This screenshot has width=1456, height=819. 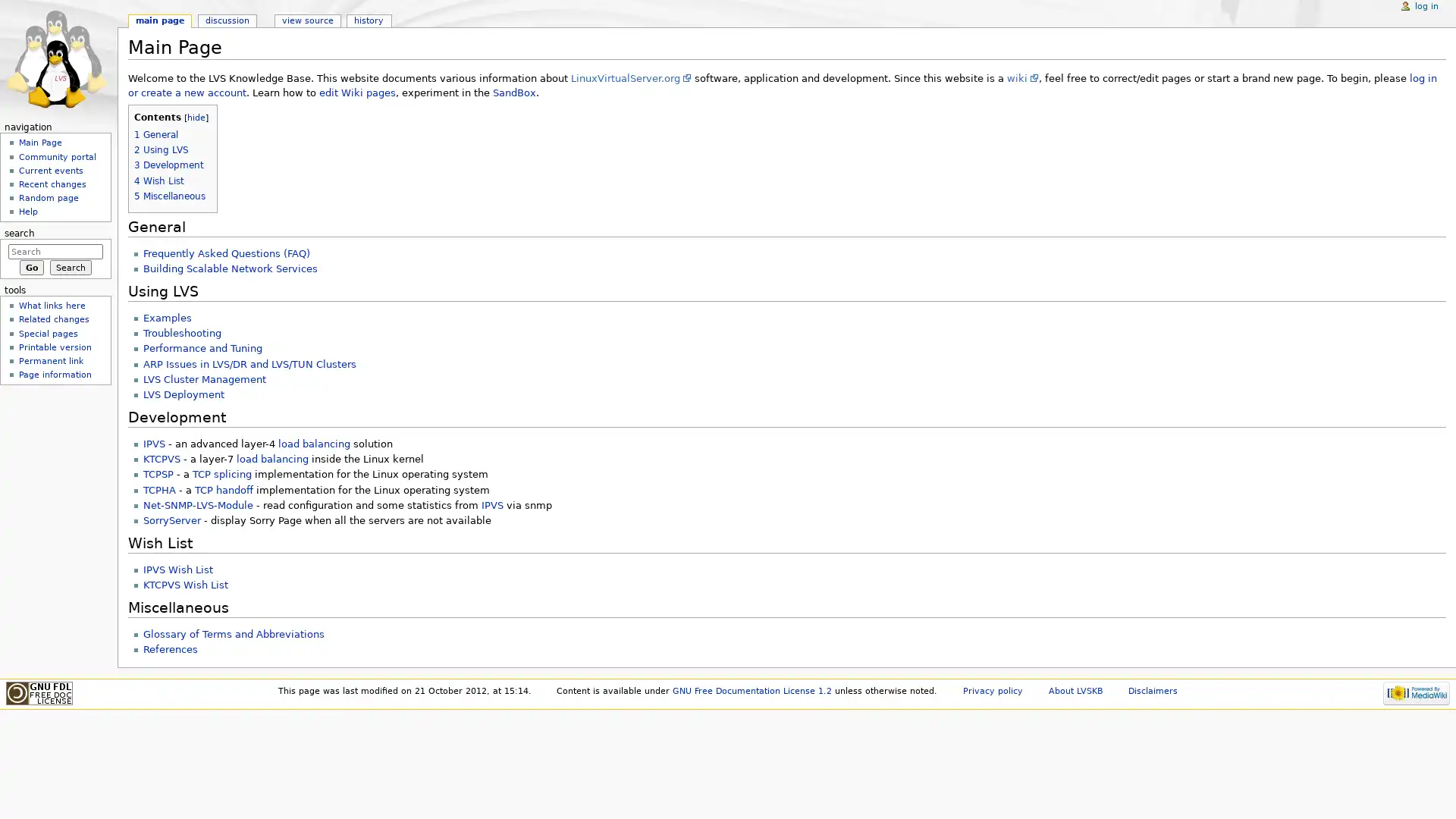 I want to click on Go, so click(x=31, y=265).